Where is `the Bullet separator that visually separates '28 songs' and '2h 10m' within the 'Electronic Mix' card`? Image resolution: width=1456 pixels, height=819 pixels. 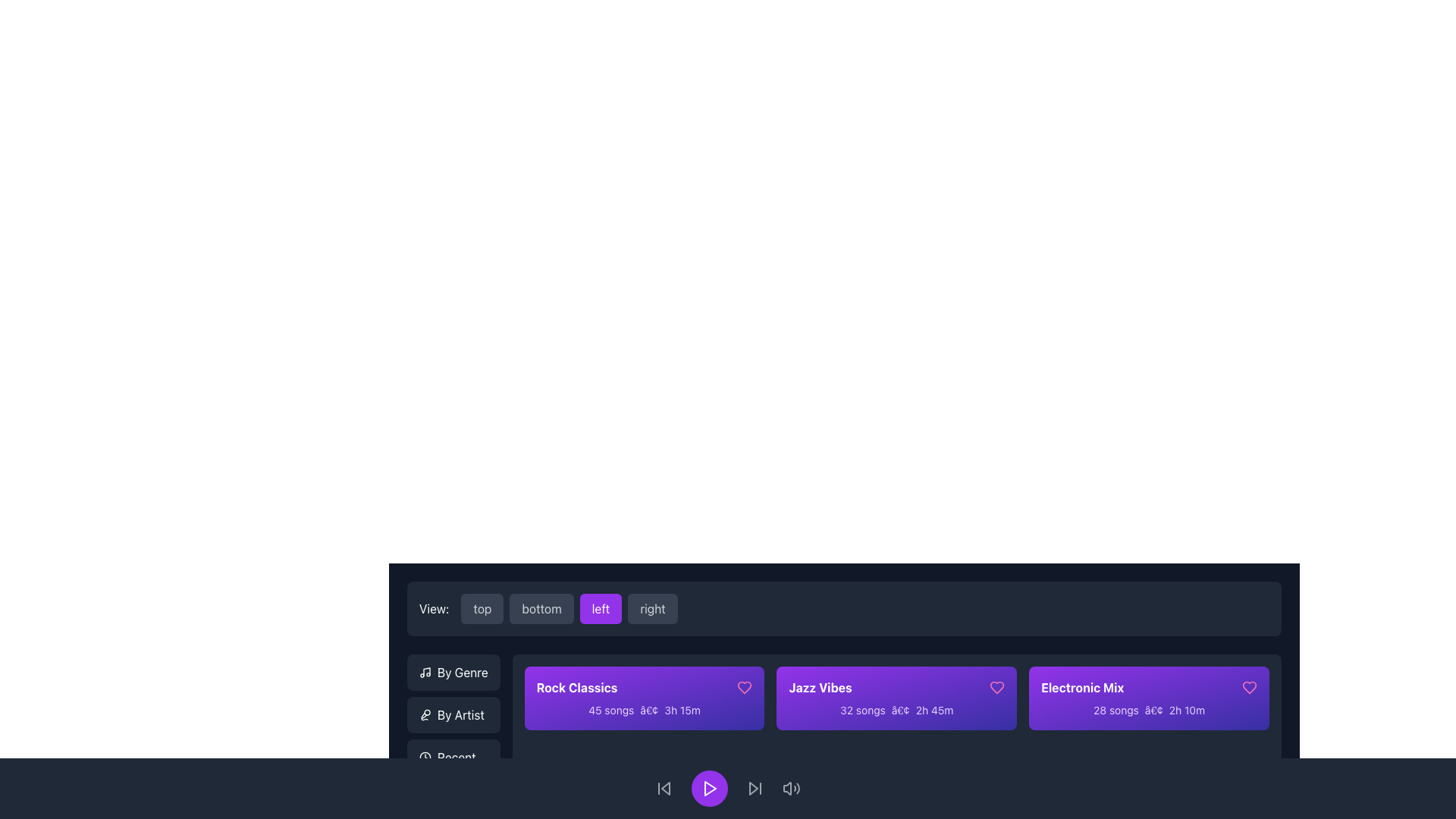
the Bullet separator that visually separates '28 songs' and '2h 10m' within the 'Electronic Mix' card is located at coordinates (1153, 710).